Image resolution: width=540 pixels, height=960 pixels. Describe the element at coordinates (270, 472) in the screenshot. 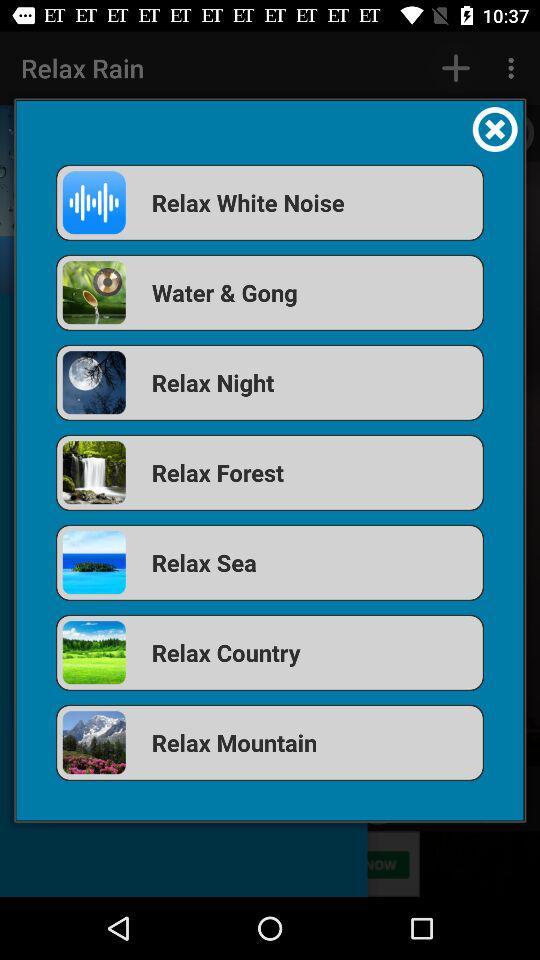

I see `item below relax night app` at that location.